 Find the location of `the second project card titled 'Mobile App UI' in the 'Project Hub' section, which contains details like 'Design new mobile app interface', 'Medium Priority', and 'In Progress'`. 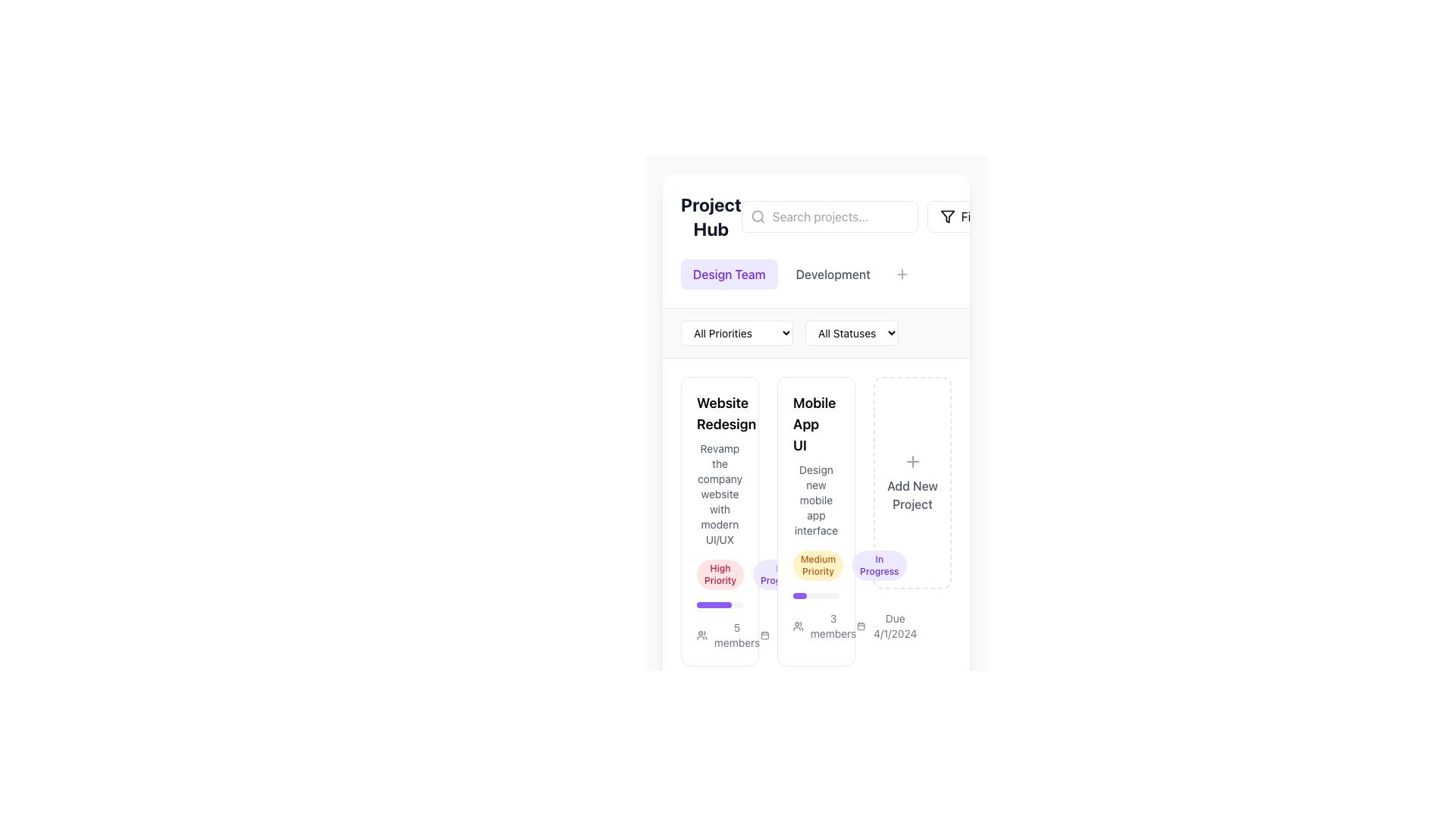

the second project card titled 'Mobile App UI' in the 'Project Hub' section, which contains details like 'Design new mobile app interface', 'Medium Priority', and 'In Progress' is located at coordinates (815, 520).